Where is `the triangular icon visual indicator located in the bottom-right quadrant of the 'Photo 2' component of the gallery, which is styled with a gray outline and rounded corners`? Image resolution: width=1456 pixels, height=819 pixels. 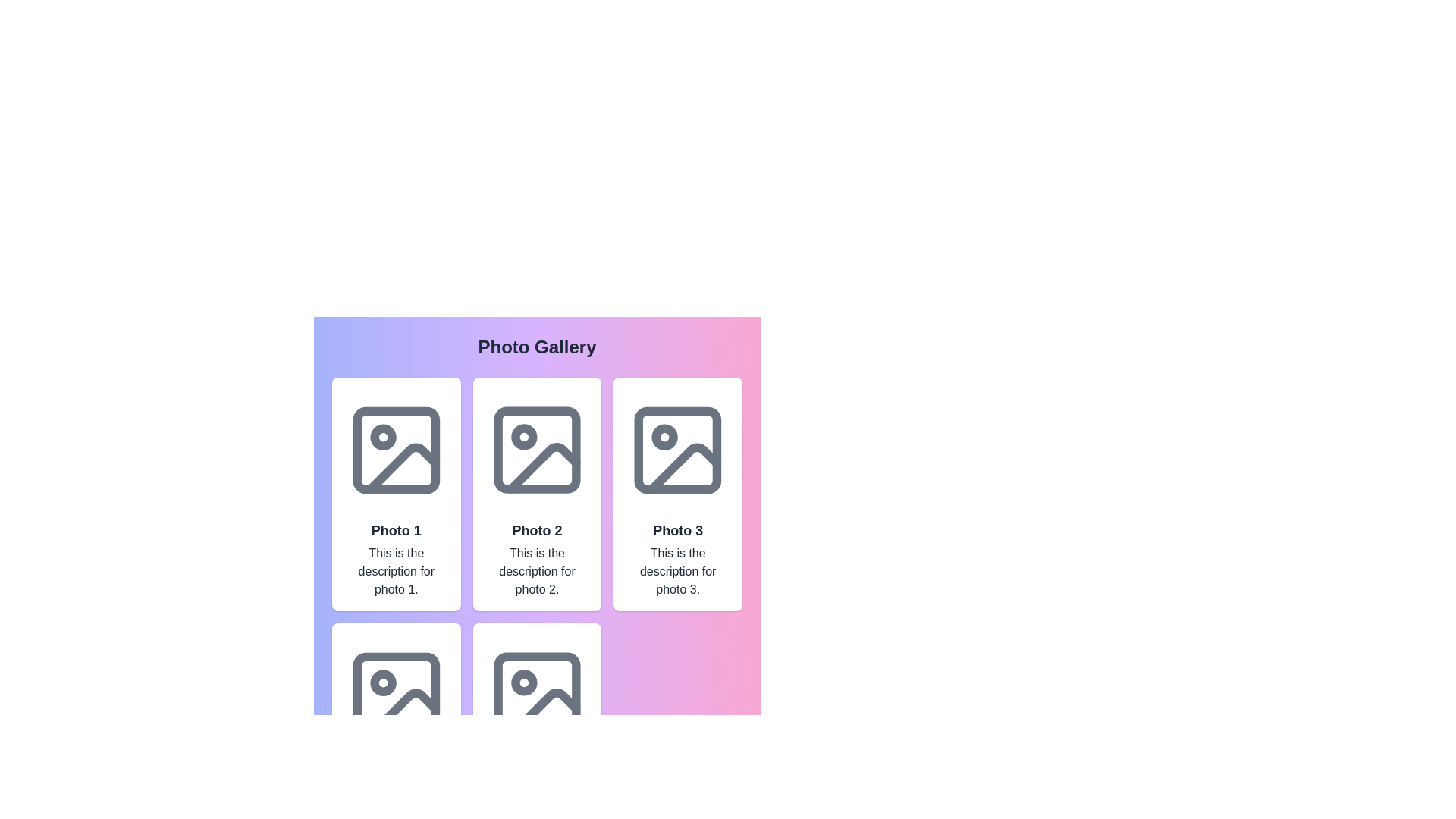 the triangular icon visual indicator located in the bottom-right quadrant of the 'Photo 2' component of the gallery, which is styled with a gray outline and rounded corners is located at coordinates (544, 467).